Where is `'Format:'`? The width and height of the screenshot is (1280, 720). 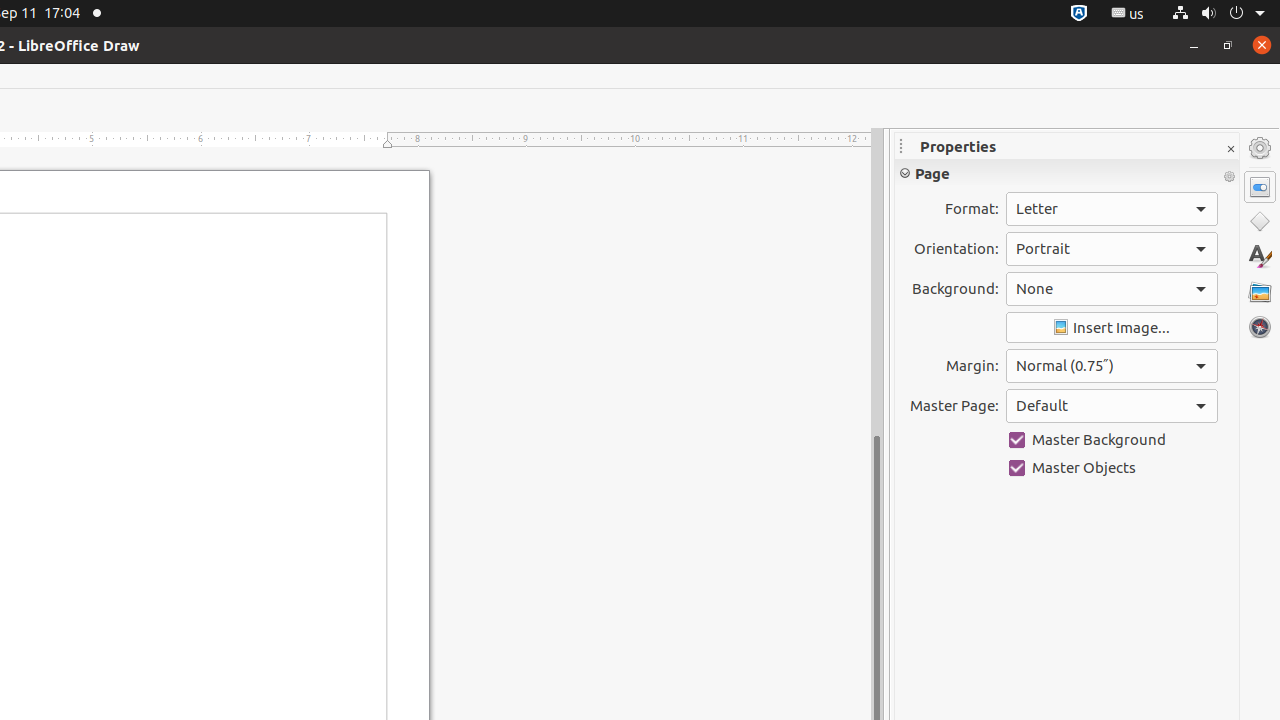 'Format:' is located at coordinates (1110, 209).